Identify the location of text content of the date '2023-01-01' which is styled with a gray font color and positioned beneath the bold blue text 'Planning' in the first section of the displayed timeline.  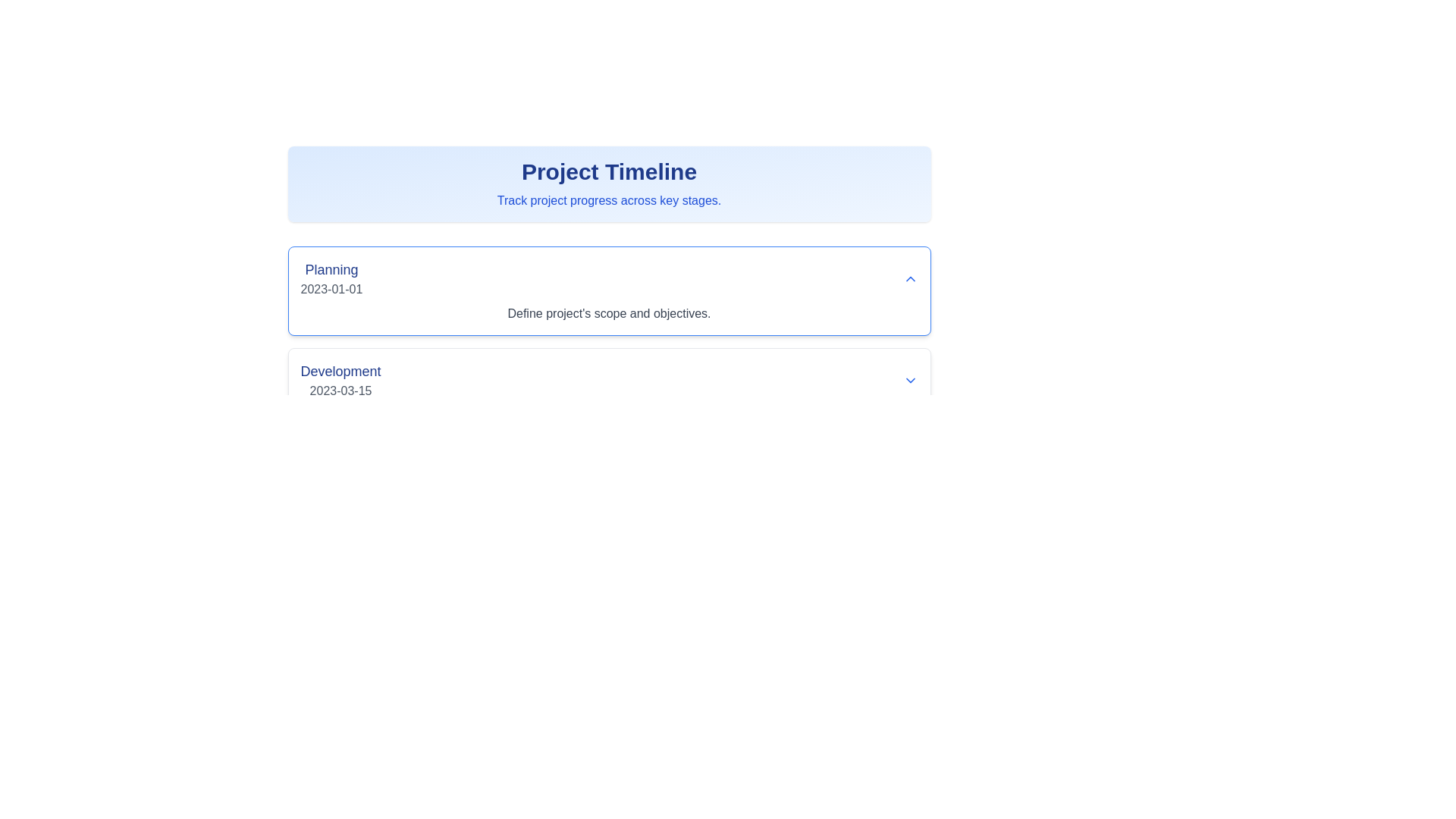
(331, 289).